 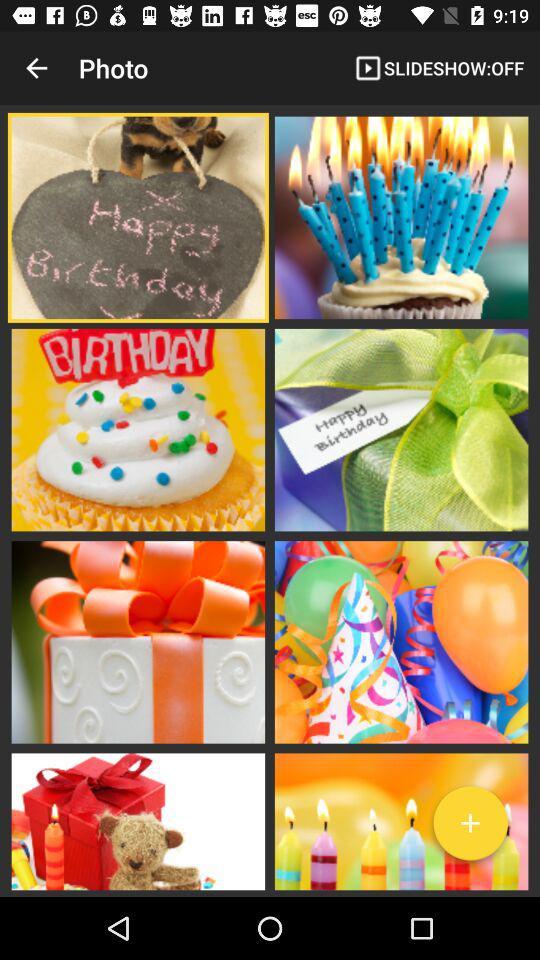 I want to click on second image in first row of the page, so click(x=401, y=218).